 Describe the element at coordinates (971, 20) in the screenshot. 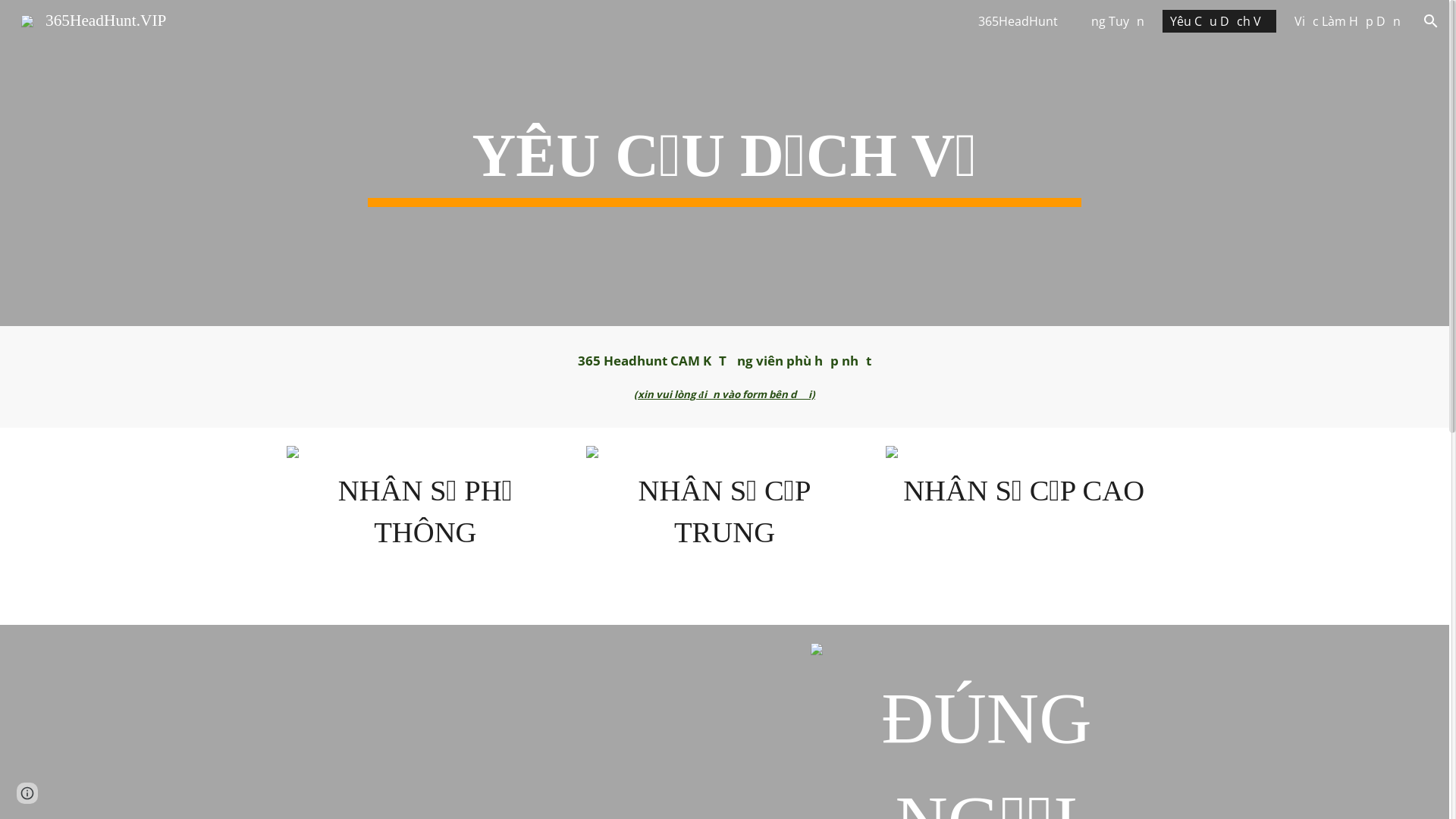

I see `'365HeadHunt'` at that location.